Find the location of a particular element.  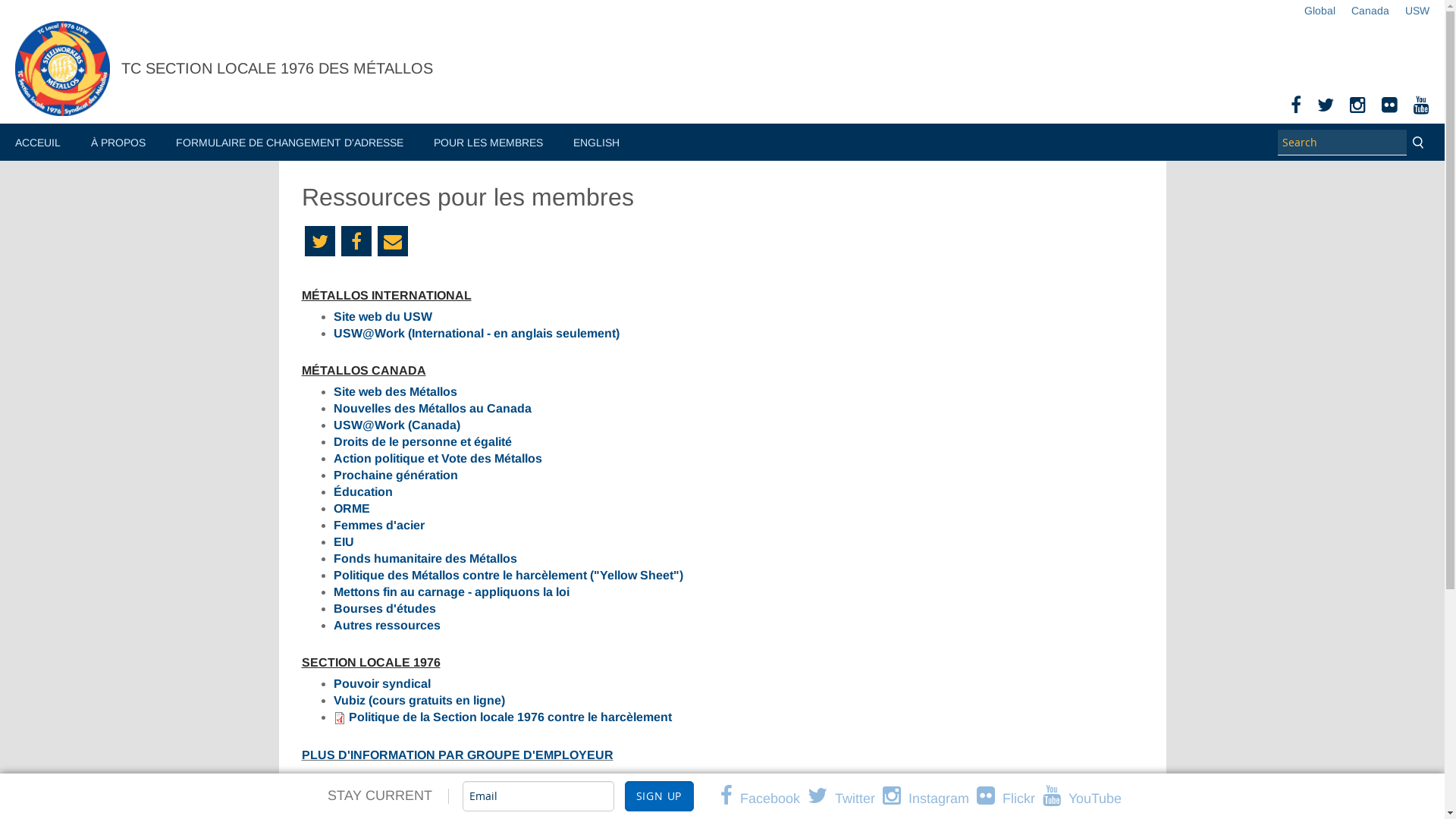

'ENGLISH' is located at coordinates (595, 144).